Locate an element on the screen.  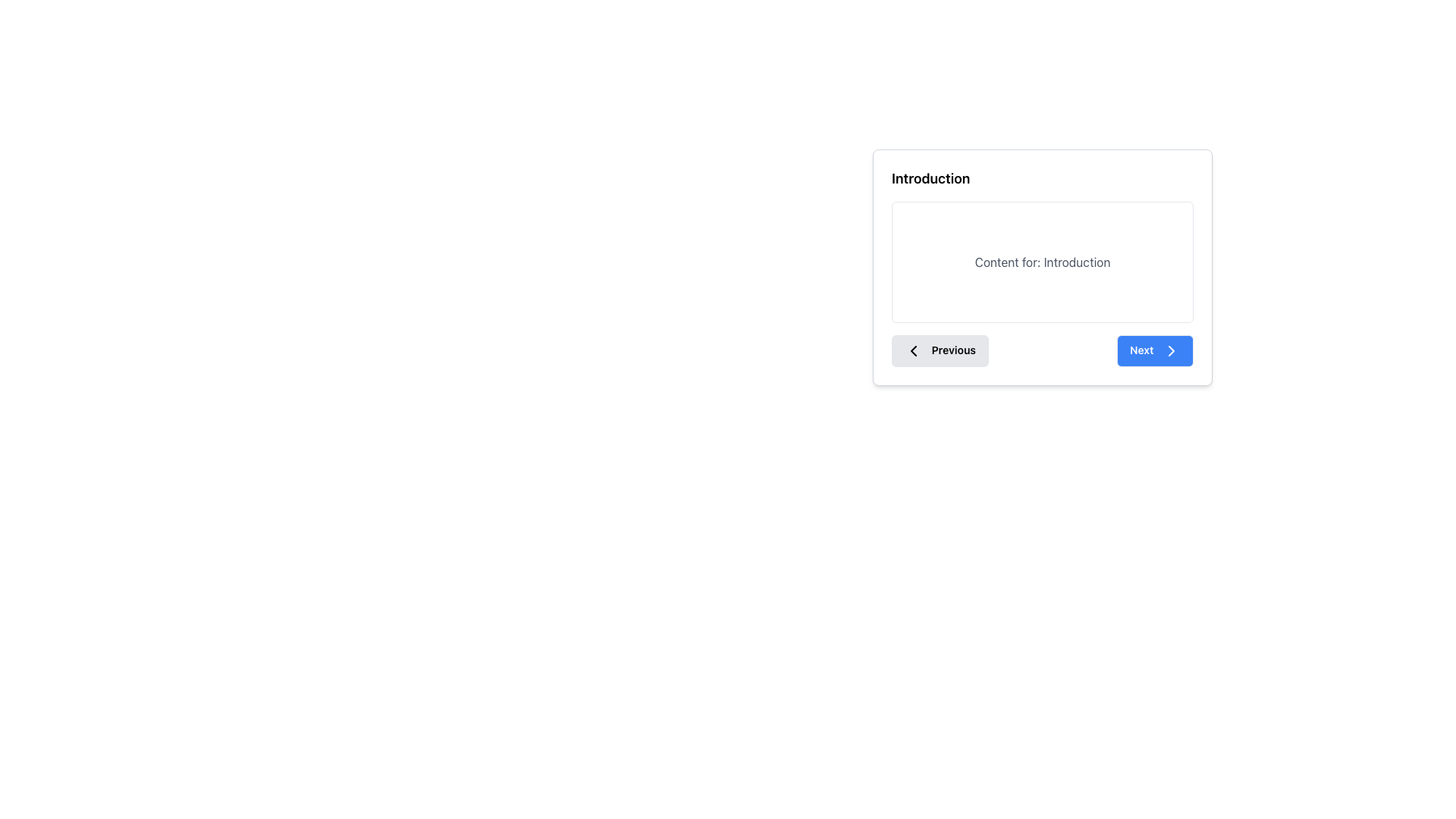
the progression navigation icon located to the right of the 'Next' button is located at coordinates (1171, 350).